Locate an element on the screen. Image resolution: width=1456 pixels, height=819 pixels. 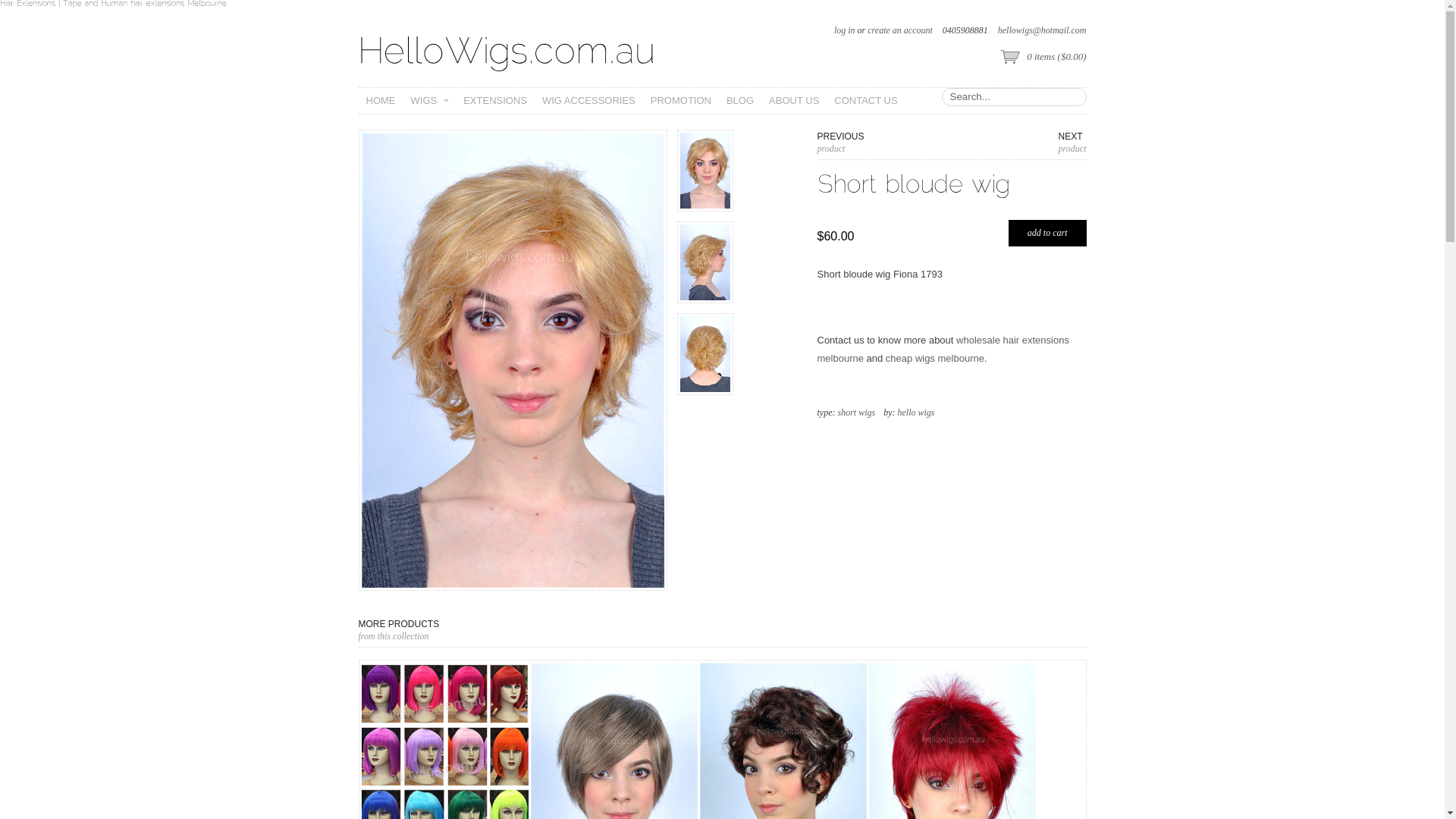
'CONTACT US' is located at coordinates (865, 100).